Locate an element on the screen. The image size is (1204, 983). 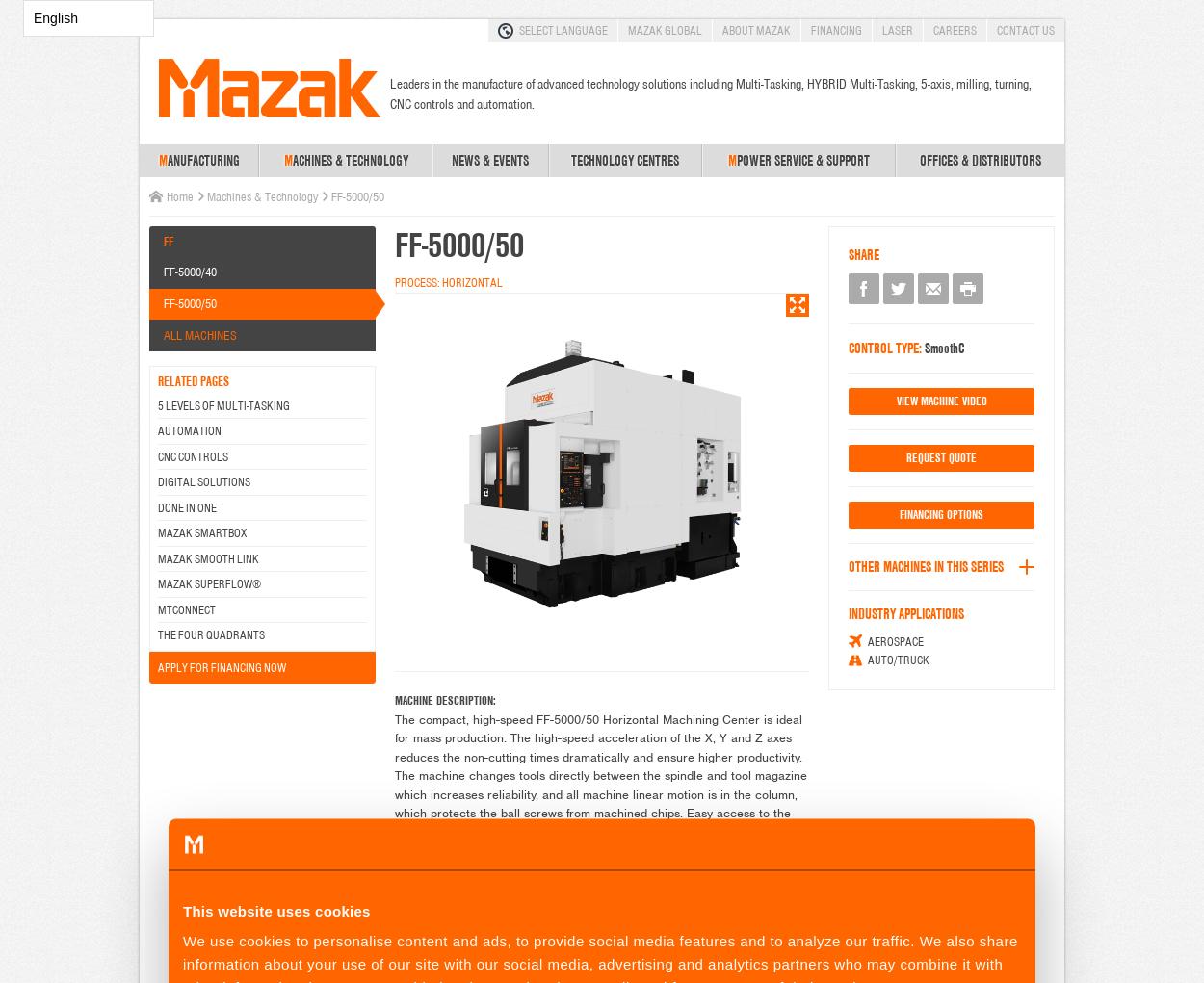
'MACHINE CHARACTERISTICS:' is located at coordinates (395, 900).